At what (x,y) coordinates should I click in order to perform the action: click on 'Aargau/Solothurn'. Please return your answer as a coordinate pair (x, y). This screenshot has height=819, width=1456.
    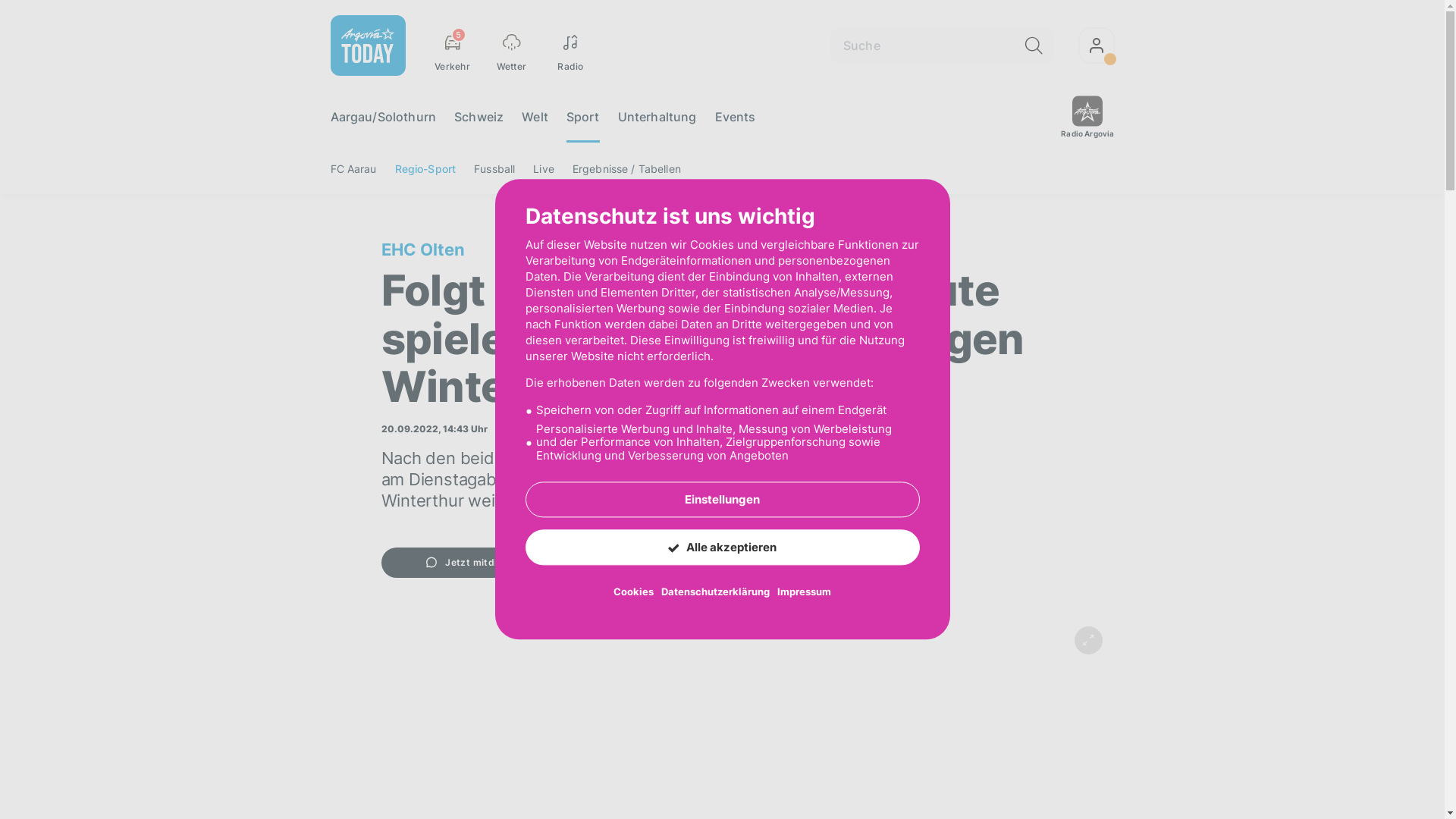
    Looking at the image, I should click on (383, 116).